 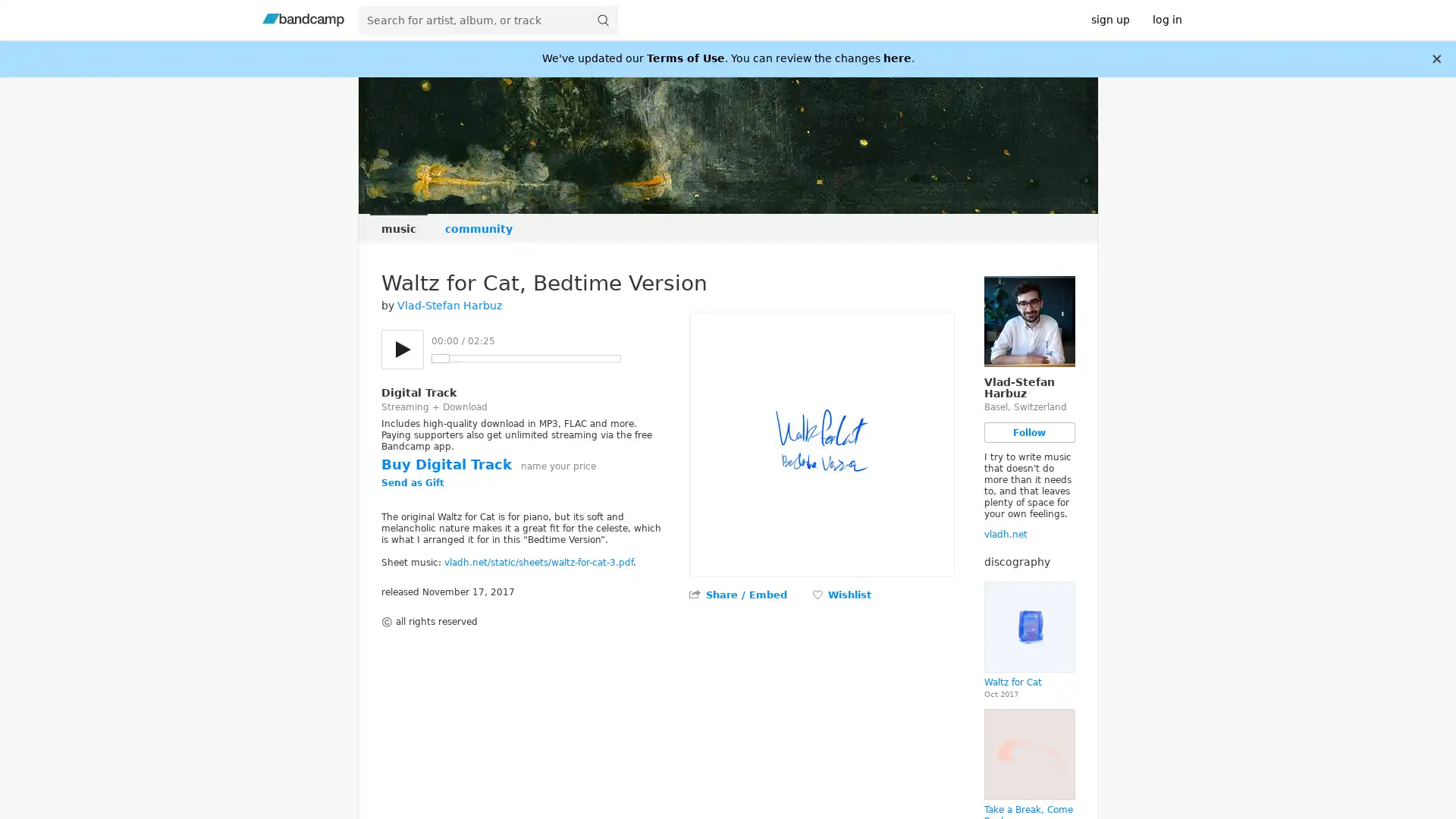 I want to click on Share / Embed, so click(x=745, y=594).